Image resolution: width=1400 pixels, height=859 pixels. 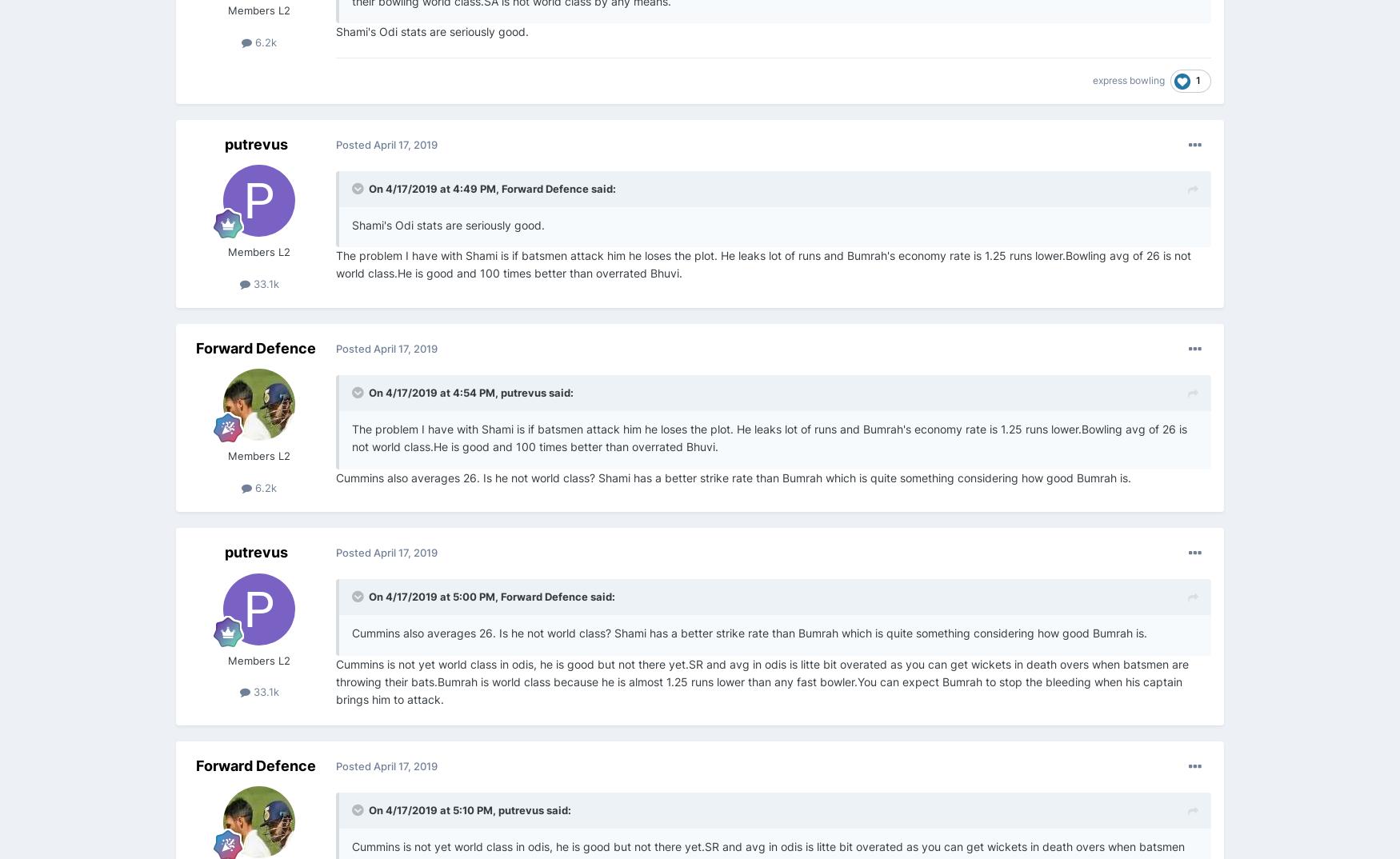 What do you see at coordinates (434, 186) in the screenshot?
I see `'On 4/17/2019 at 4:49 PM,'` at bounding box center [434, 186].